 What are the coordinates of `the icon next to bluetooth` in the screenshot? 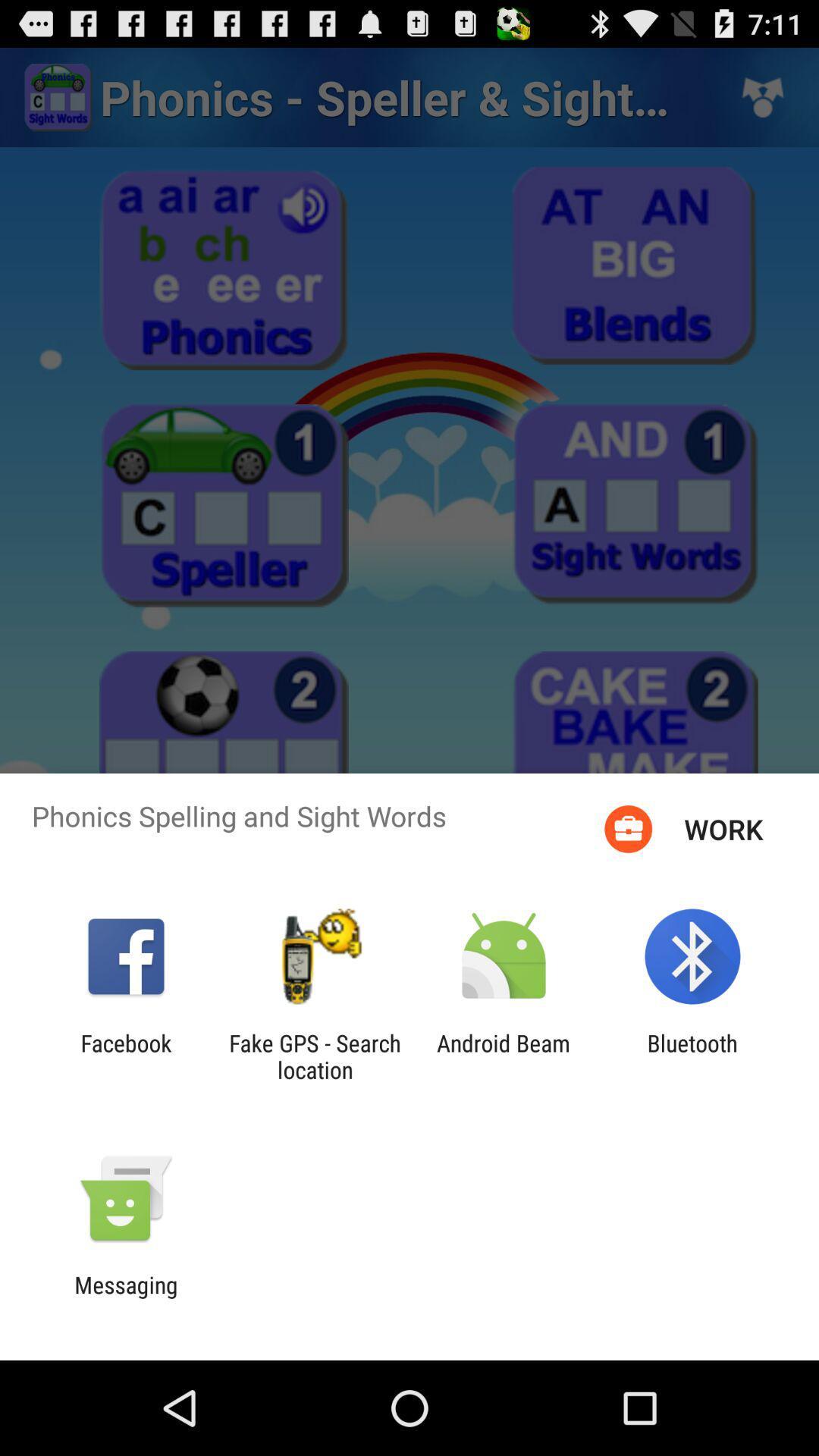 It's located at (504, 1056).